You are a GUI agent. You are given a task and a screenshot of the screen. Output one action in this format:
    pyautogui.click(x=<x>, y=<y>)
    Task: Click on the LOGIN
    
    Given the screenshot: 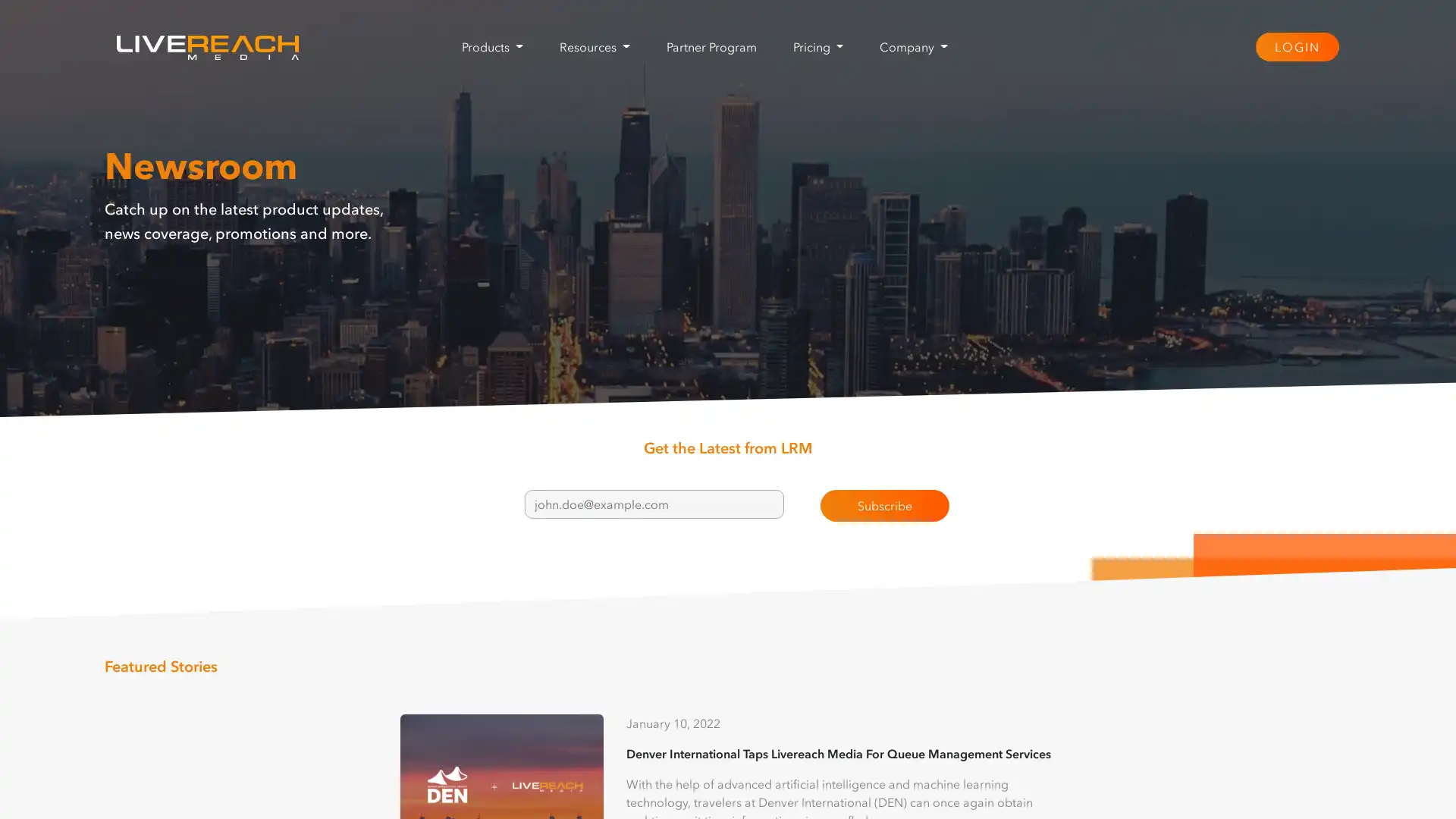 What is the action you would take?
    pyautogui.click(x=1295, y=45)
    